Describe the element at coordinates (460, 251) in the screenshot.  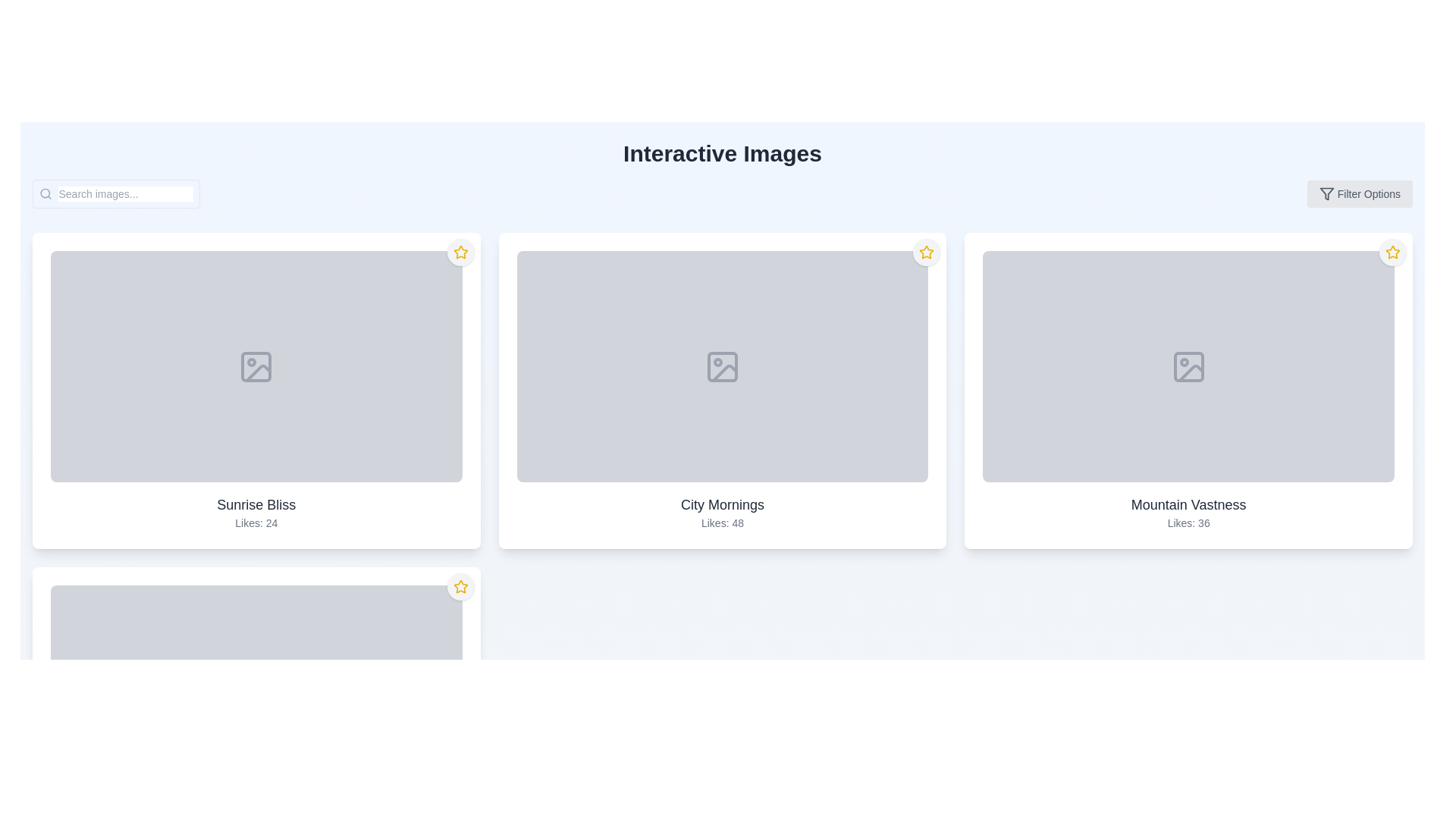
I see `the yellow outlined star icon located at the top-right corner of the 'Sunrise Bliss' image card` at that location.